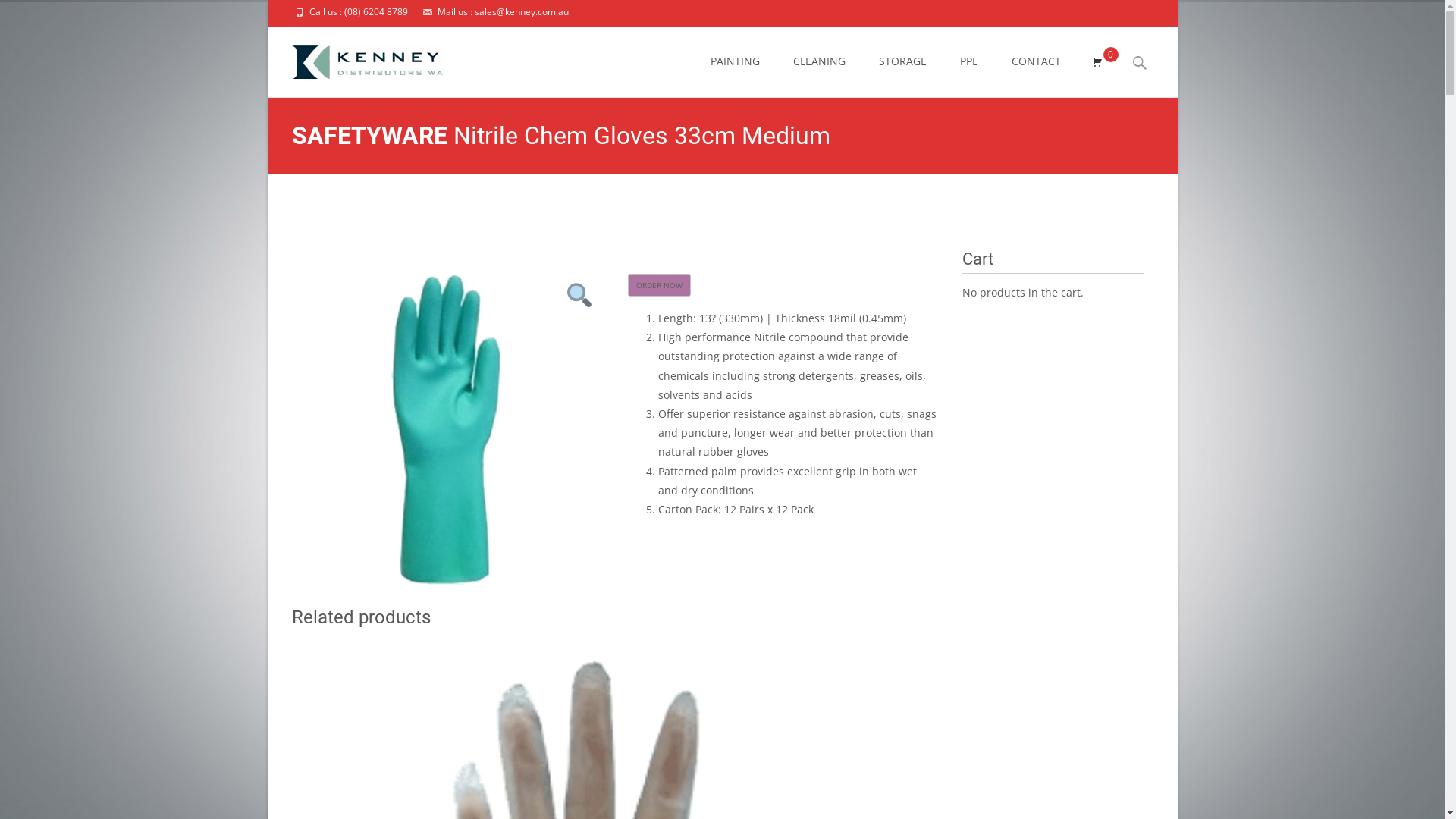 Image resolution: width=1456 pixels, height=819 pixels. Describe the element at coordinates (18, 15) in the screenshot. I see `'Search'` at that location.